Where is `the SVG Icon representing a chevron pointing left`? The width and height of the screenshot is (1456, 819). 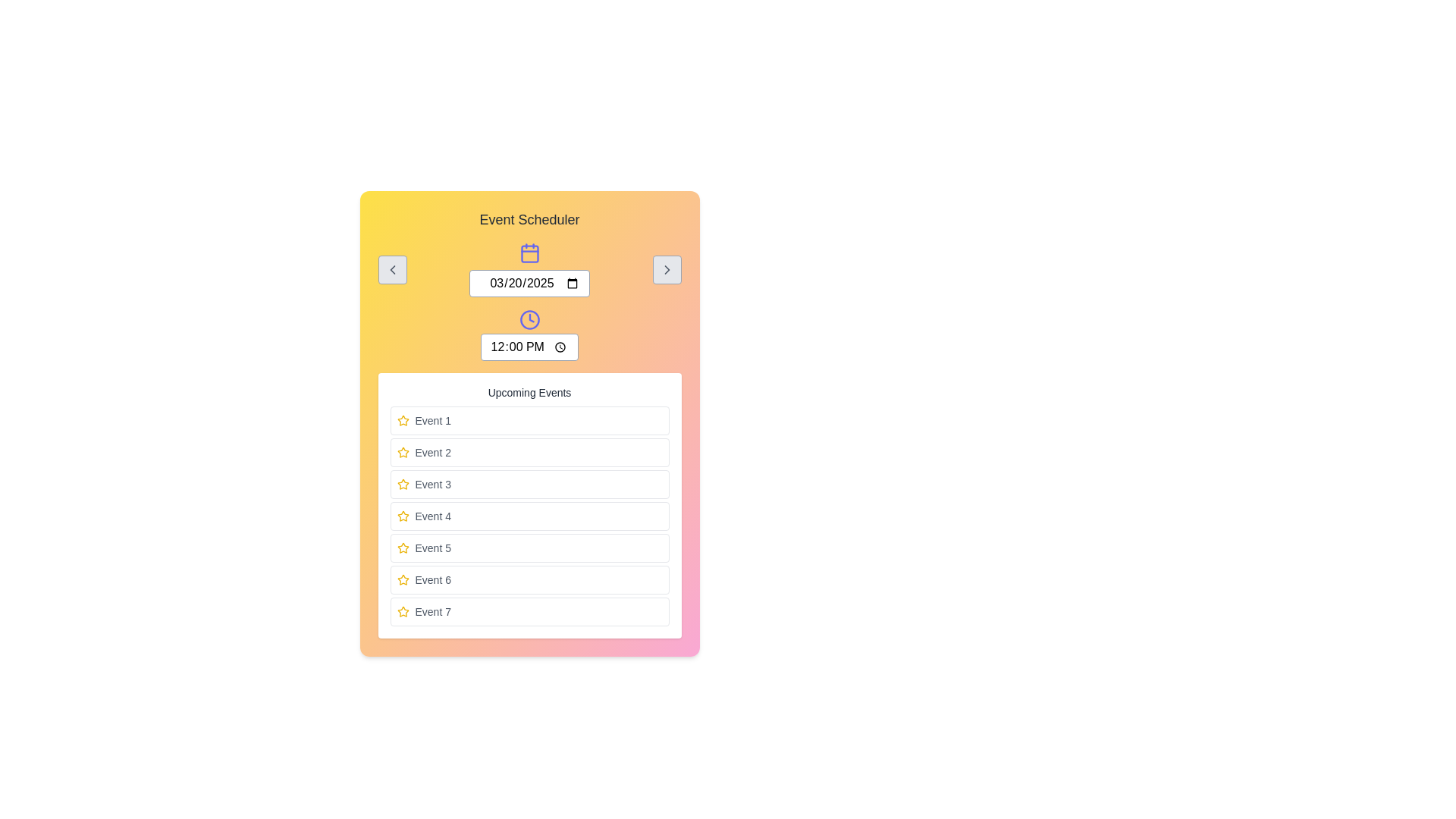 the SVG Icon representing a chevron pointing left is located at coordinates (392, 268).